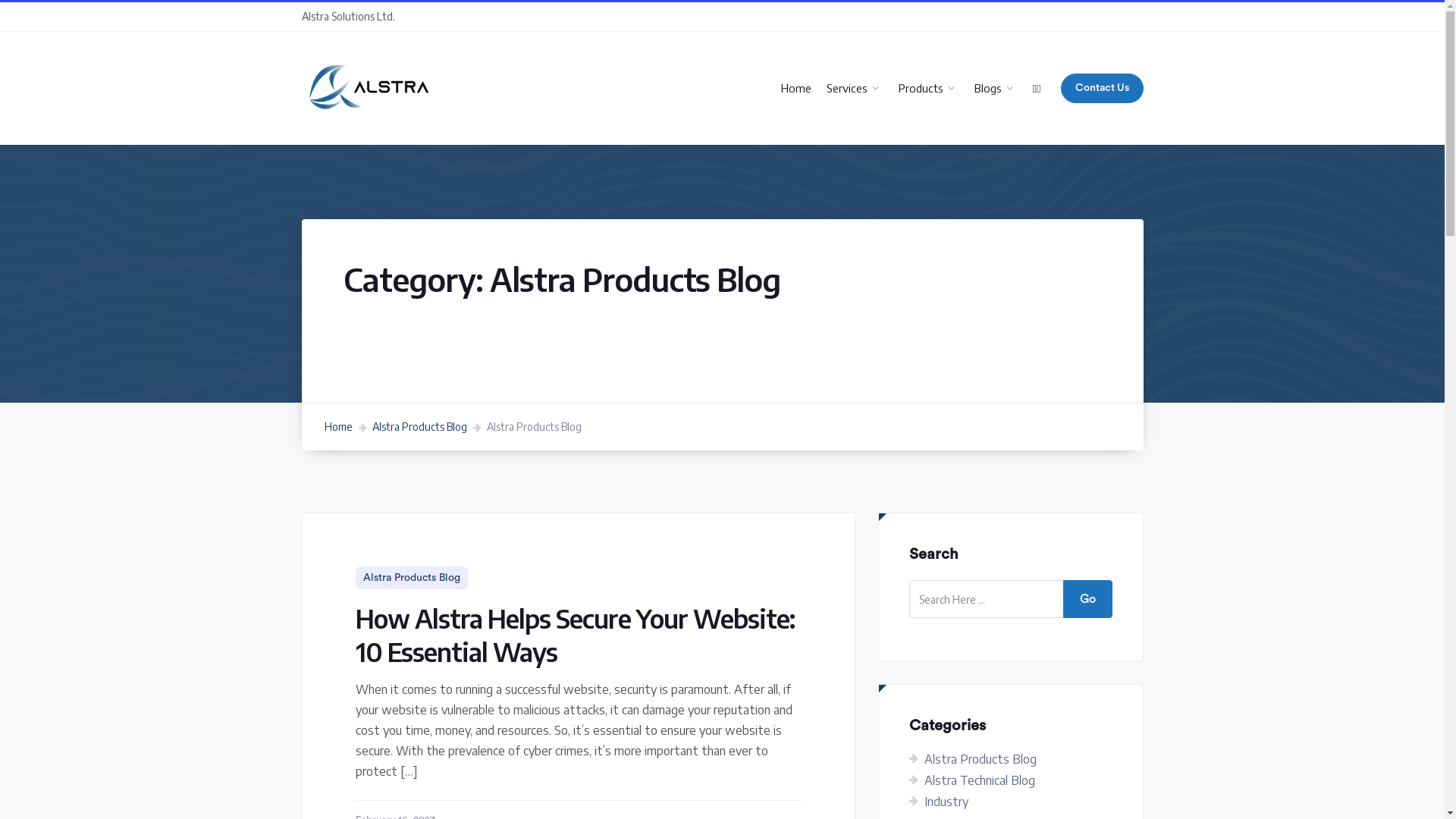  What do you see at coordinates (979, 780) in the screenshot?
I see `'Alstra Technical Blog'` at bounding box center [979, 780].